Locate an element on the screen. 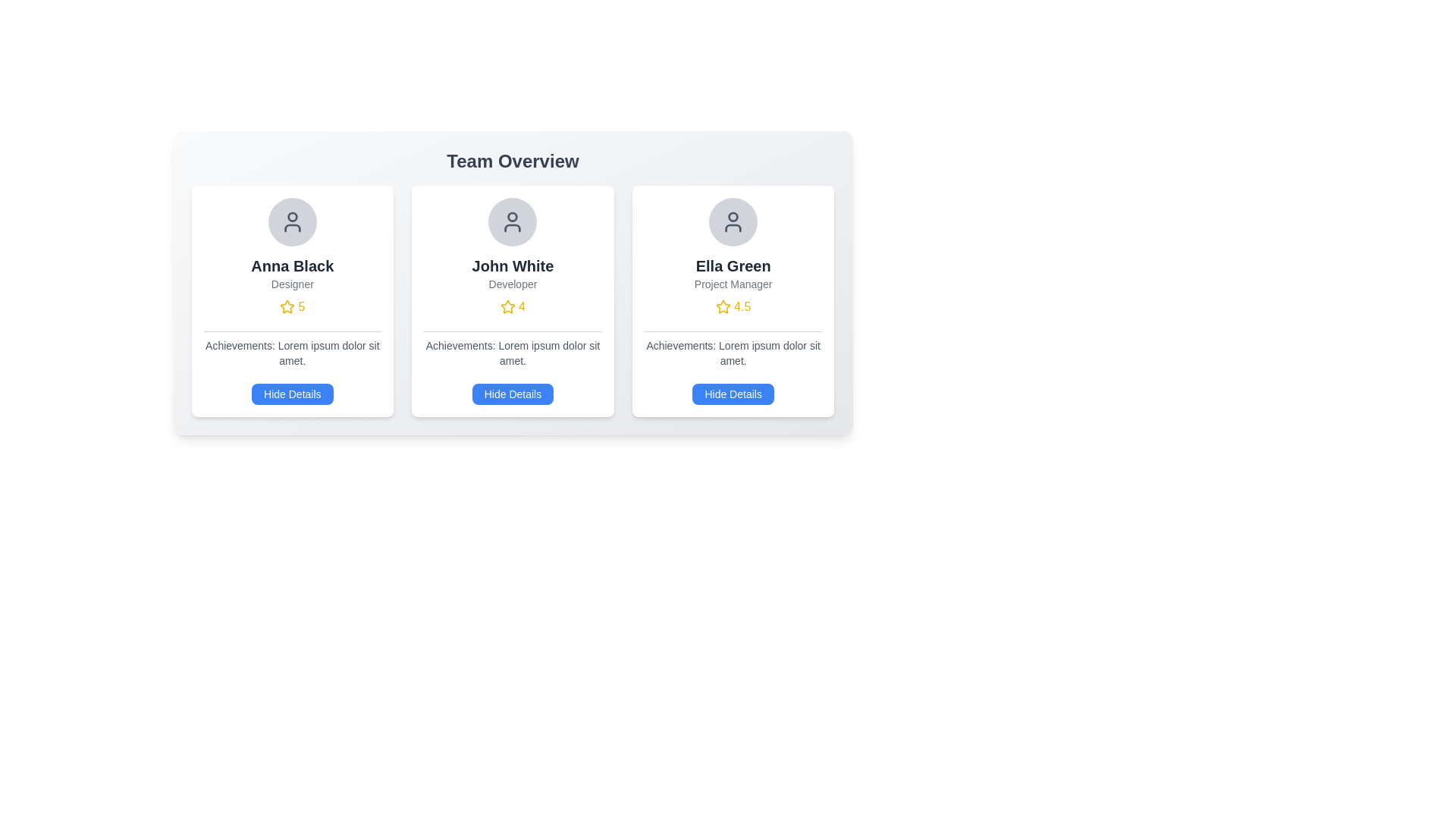 This screenshot has height=819, width=1456. rating value displayed as '4.5' in the yellow text label with a star icon, located in the card of 'Ella Green' below 'Project Manager' is located at coordinates (733, 307).